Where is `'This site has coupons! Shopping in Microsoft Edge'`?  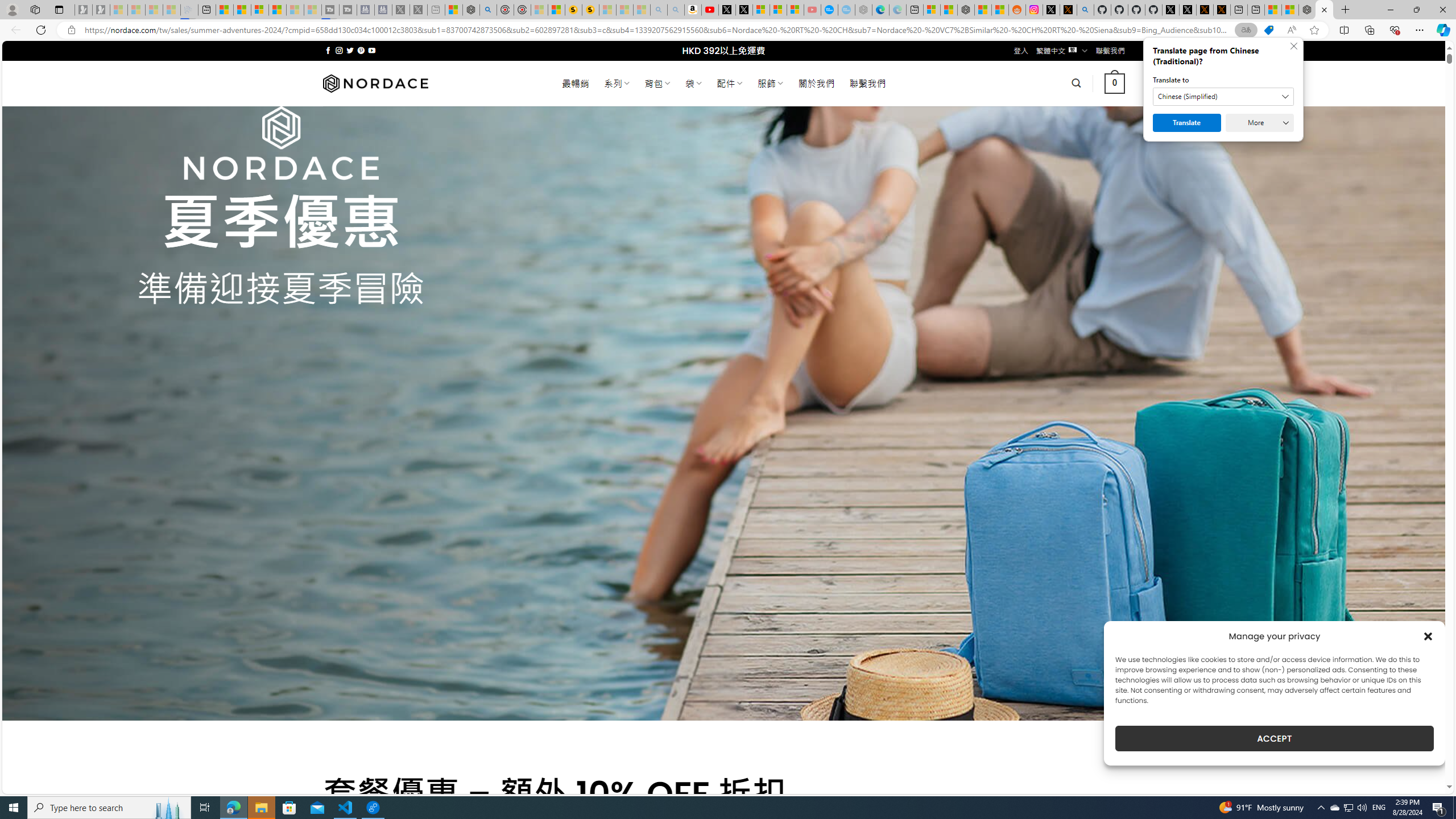
'This site has coupons! Shopping in Microsoft Edge' is located at coordinates (1268, 30).